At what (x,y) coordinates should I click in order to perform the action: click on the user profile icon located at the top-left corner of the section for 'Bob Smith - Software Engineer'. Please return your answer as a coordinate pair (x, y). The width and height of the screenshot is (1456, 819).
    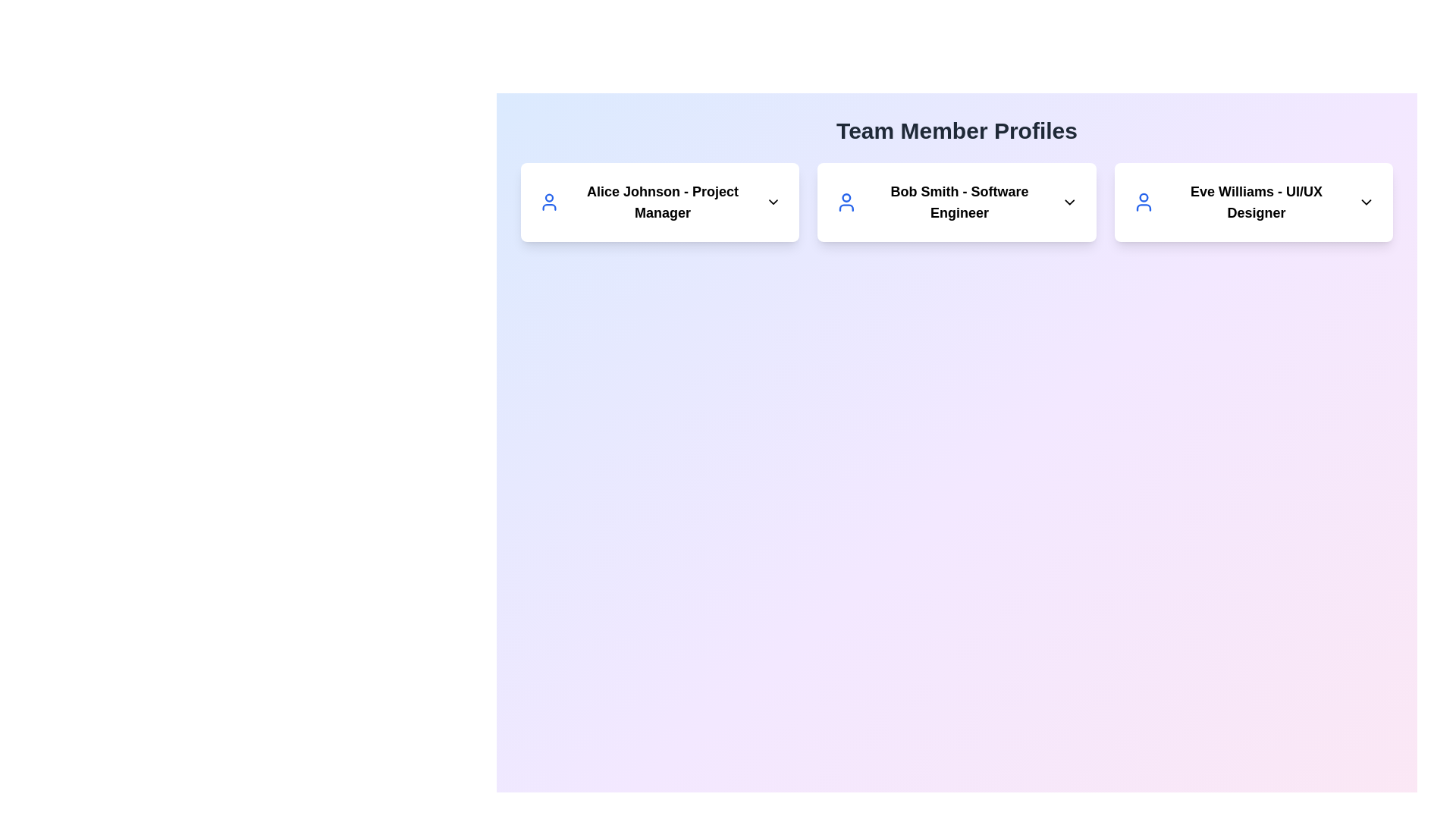
    Looking at the image, I should click on (846, 201).